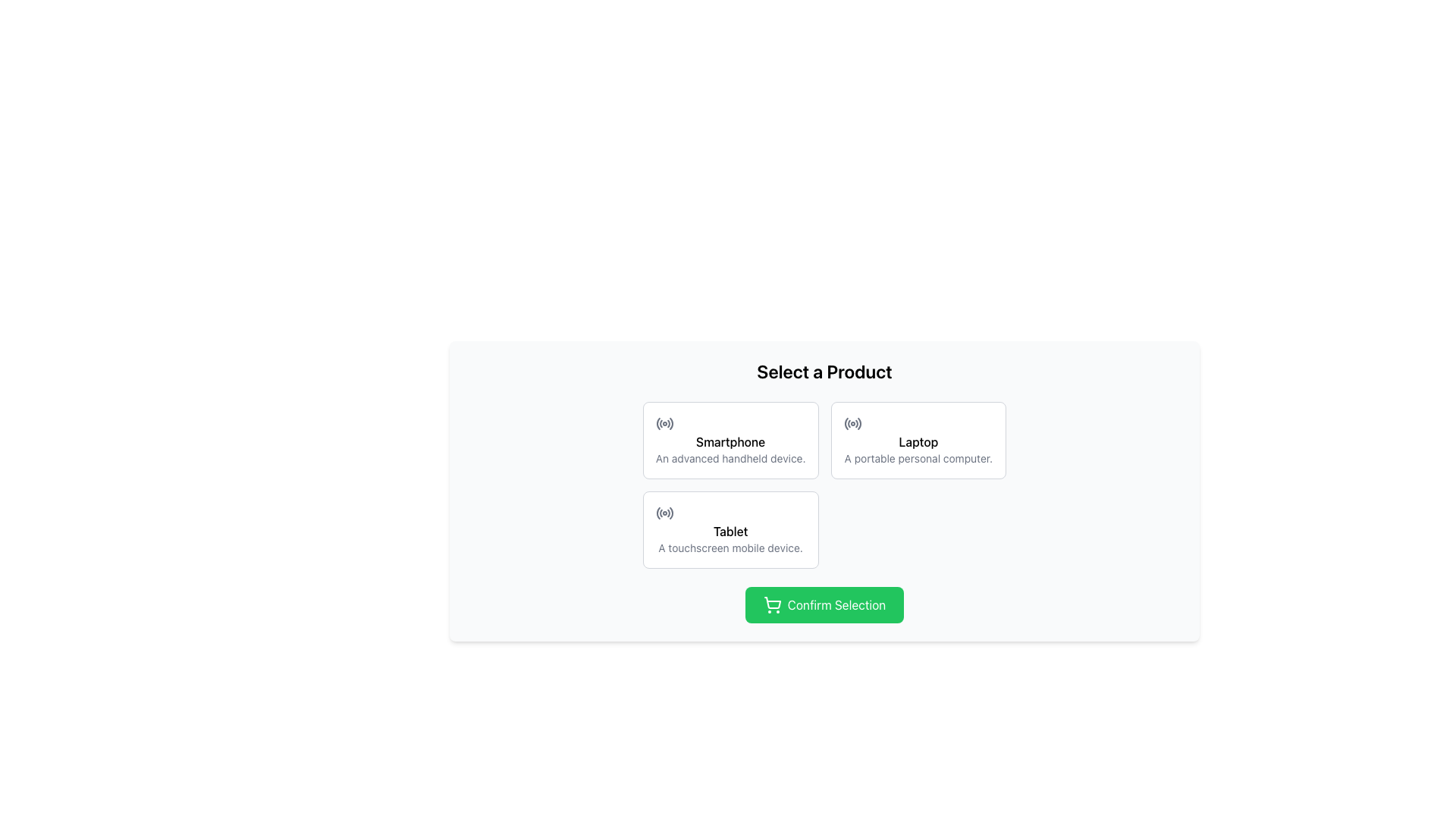  Describe the element at coordinates (730, 548) in the screenshot. I see `the text label displaying 'A touchscreen mobile device.' which is styled in a smaller gray font and located directly below the 'Tablet' title` at that location.